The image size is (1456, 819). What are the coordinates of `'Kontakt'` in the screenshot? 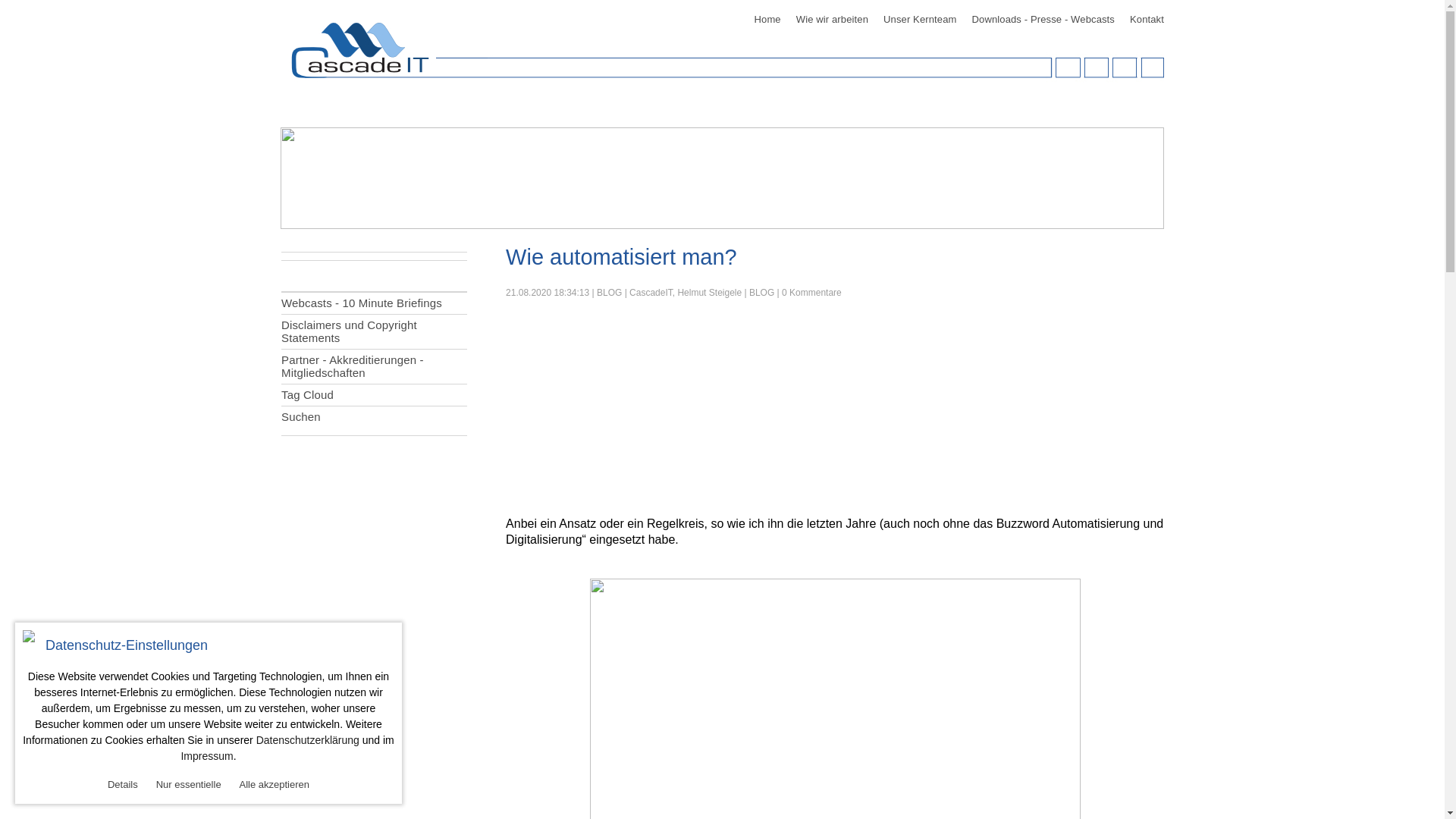 It's located at (1147, 20).